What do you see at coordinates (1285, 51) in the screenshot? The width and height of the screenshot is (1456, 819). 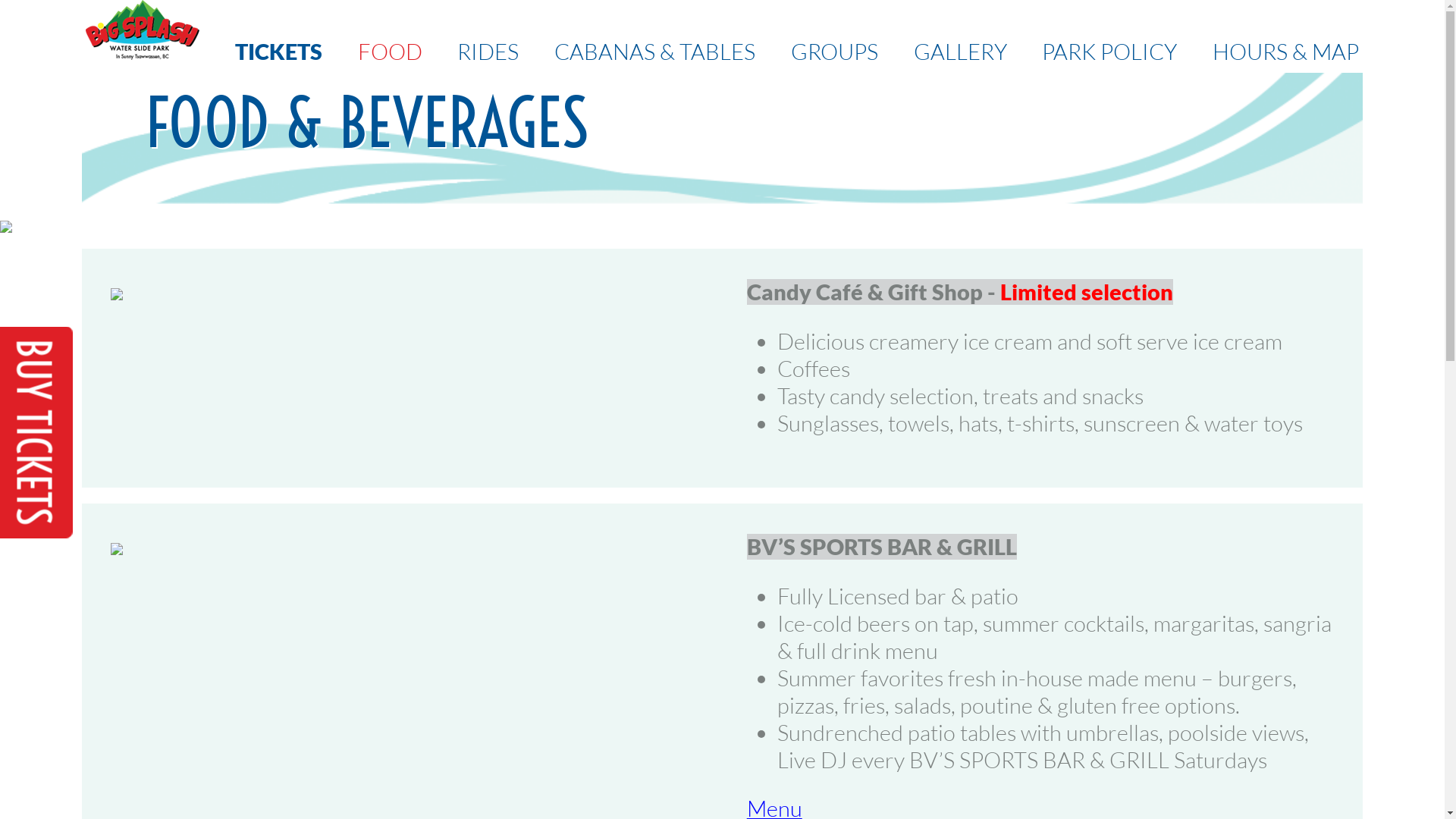 I see `'HOURS & MAP'` at bounding box center [1285, 51].